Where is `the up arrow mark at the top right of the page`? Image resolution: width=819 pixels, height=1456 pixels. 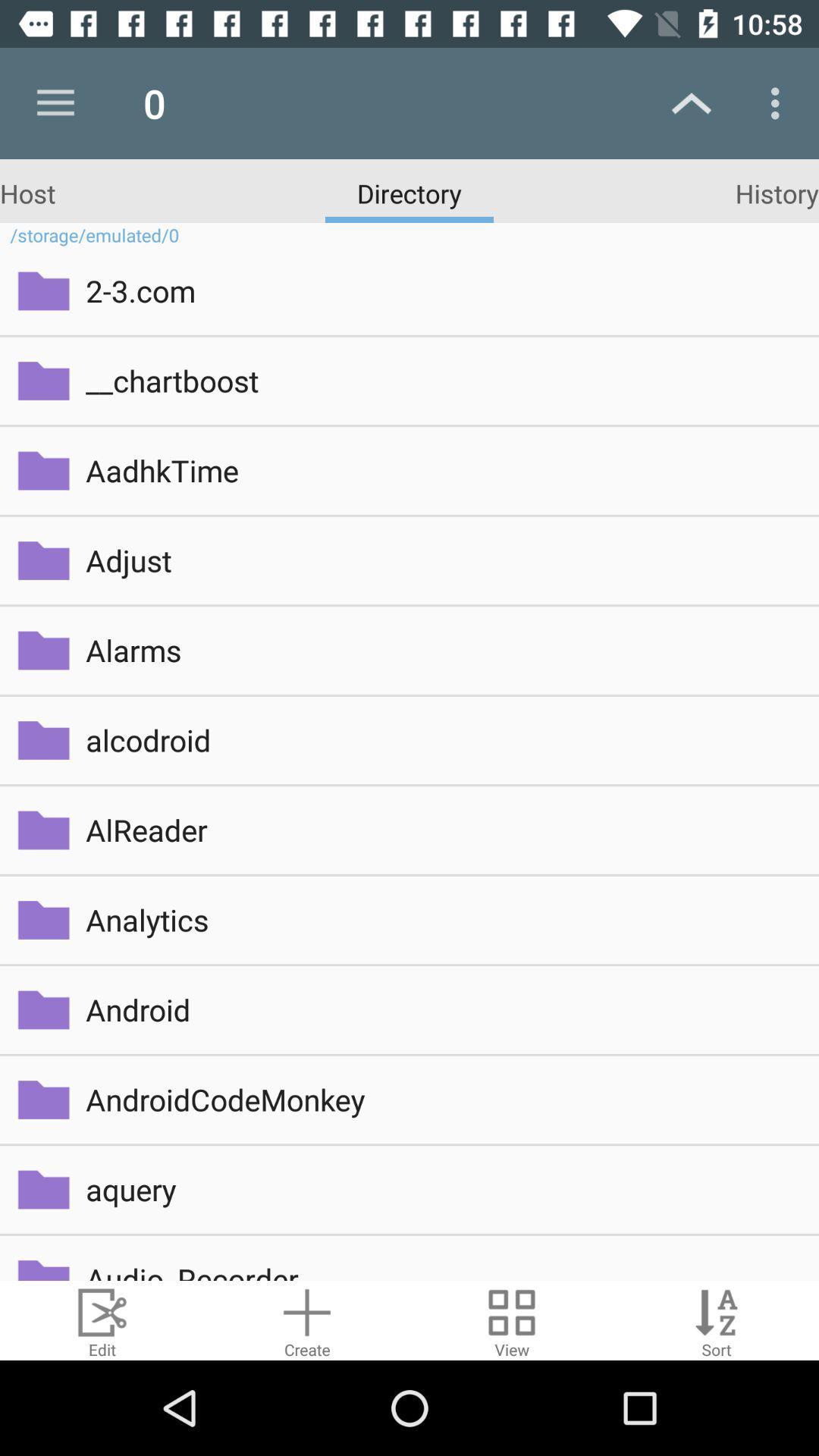
the up arrow mark at the top right of the page is located at coordinates (691, 103).